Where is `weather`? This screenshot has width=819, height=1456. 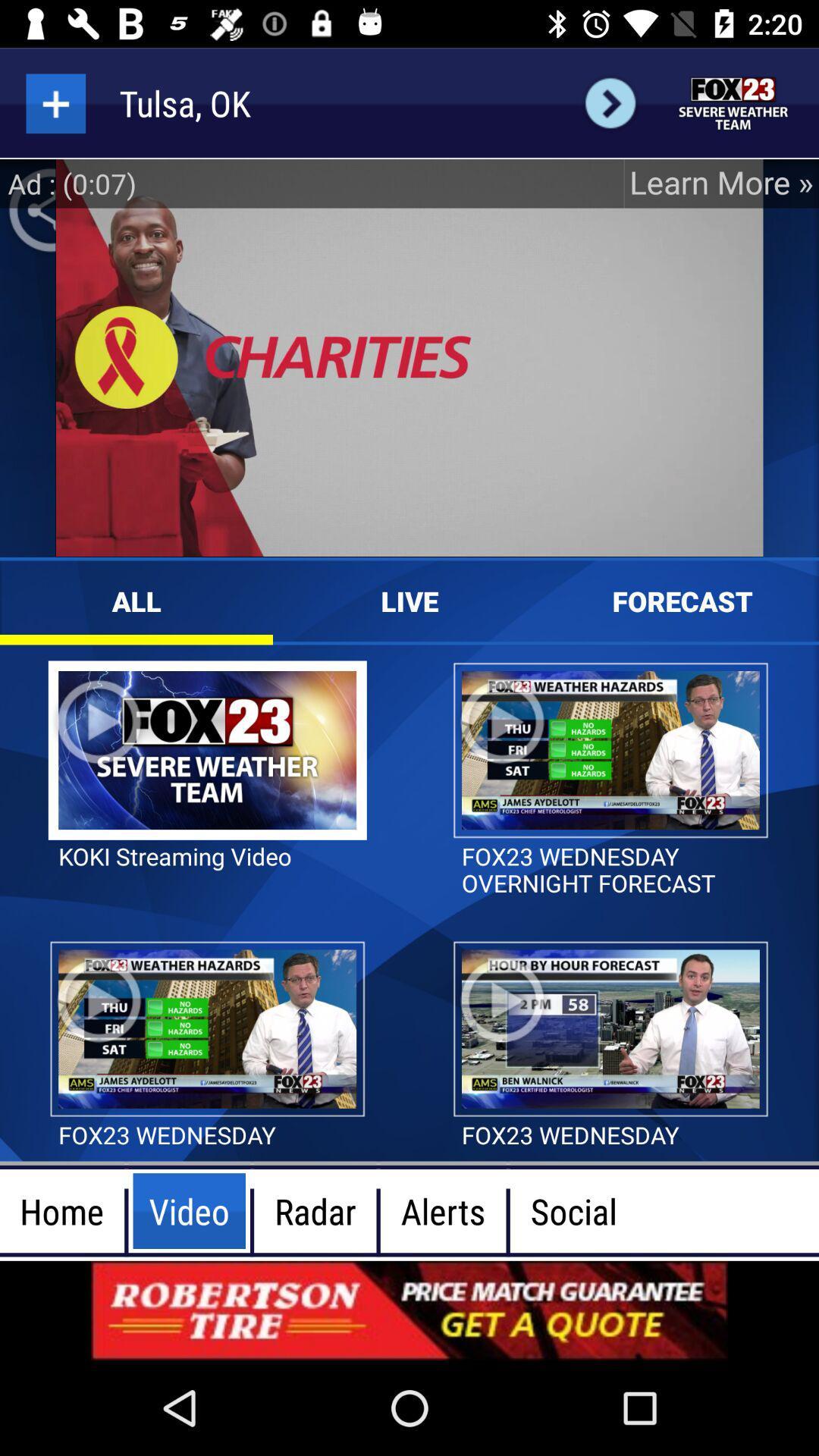
weather is located at coordinates (733, 102).